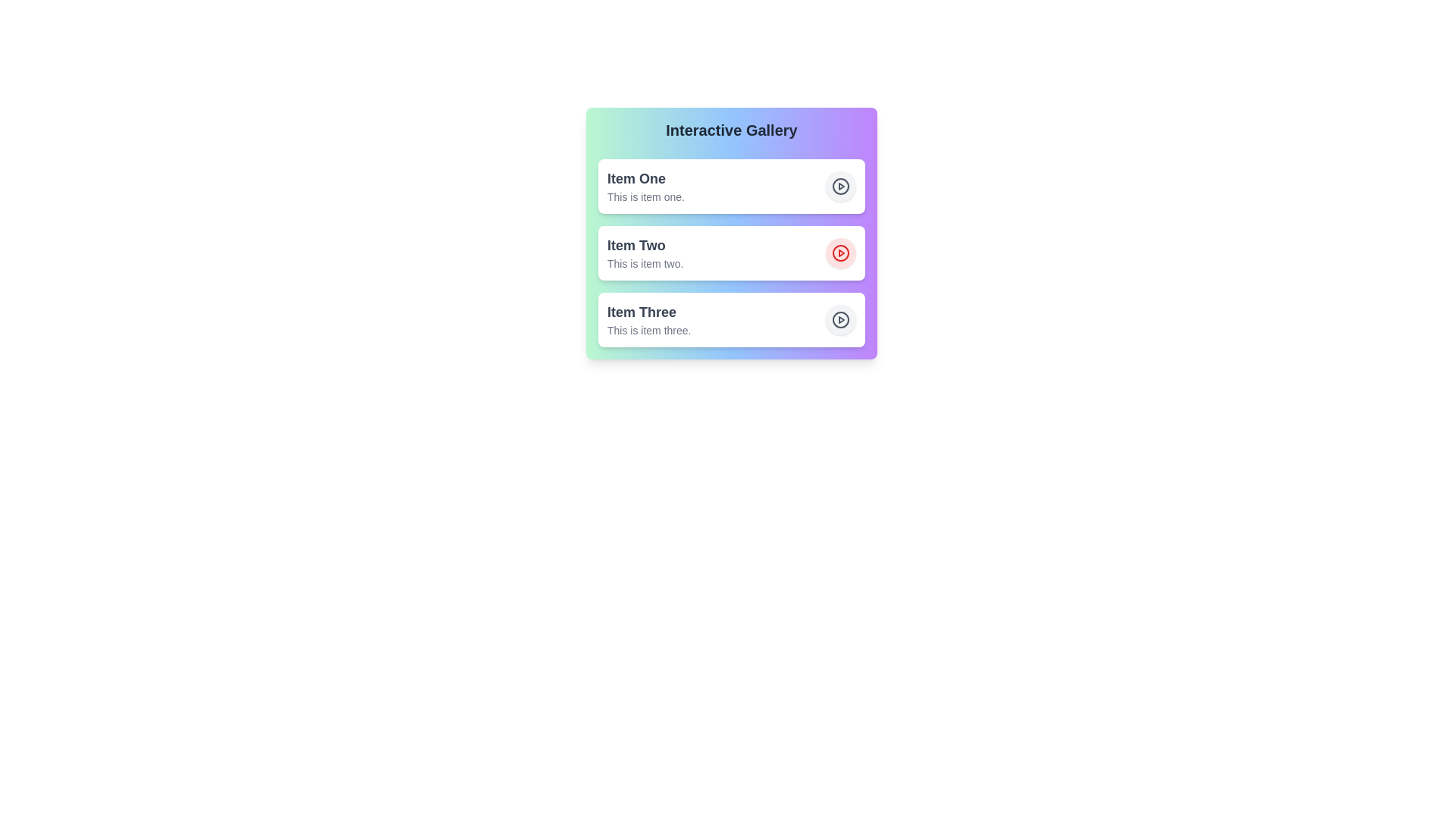 This screenshot has width=1456, height=819. Describe the element at coordinates (731, 186) in the screenshot. I see `the item labeled 'Item One' to observe the hover effect` at that location.